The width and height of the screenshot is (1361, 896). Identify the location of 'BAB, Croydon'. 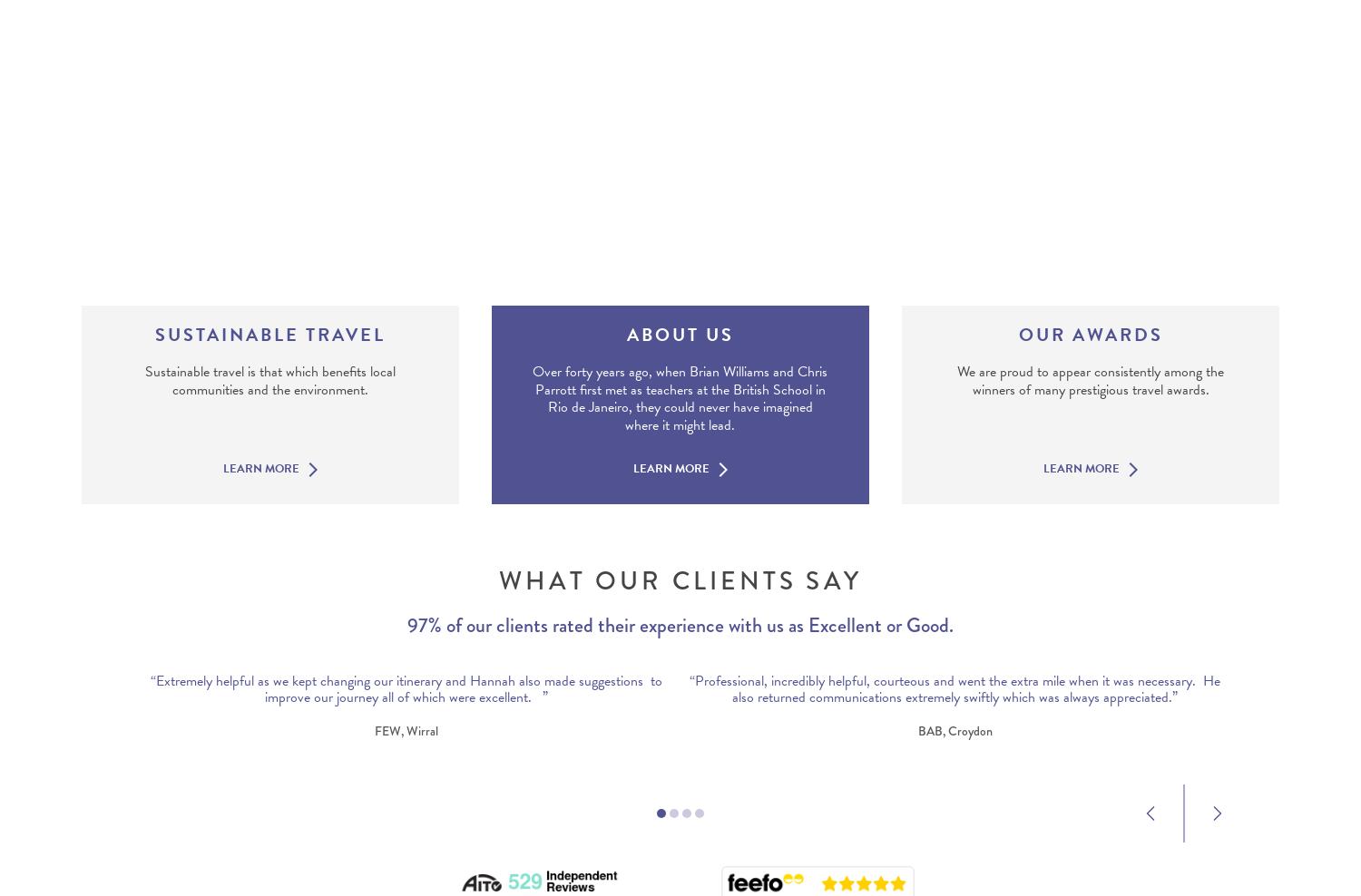
(954, 730).